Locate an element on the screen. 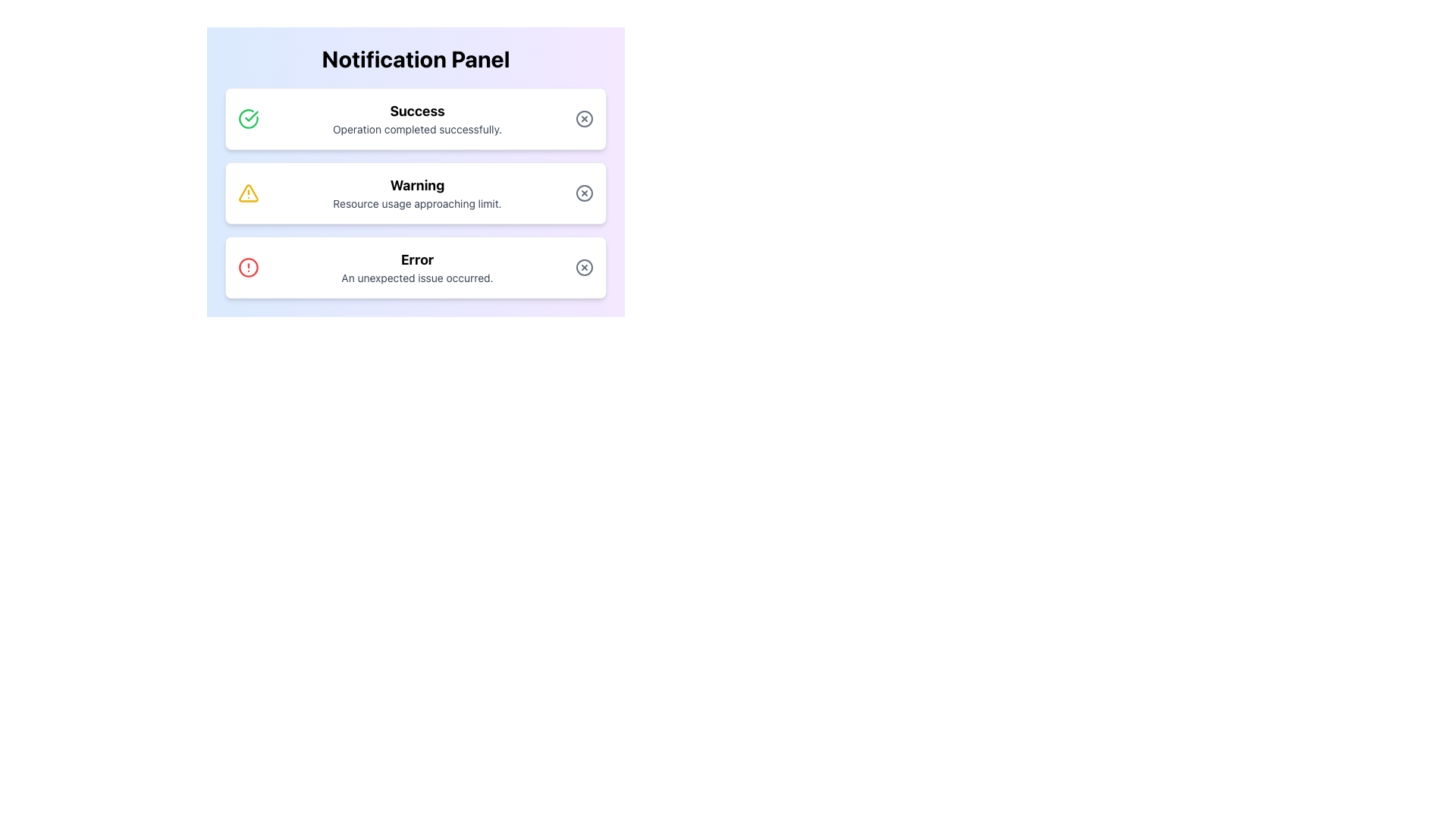 This screenshot has width=1456, height=819. the warning notification icon, which is the second item in the vertical list of notifications, positioned between a 'Success' notification above and an 'Error' notification below is located at coordinates (248, 192).